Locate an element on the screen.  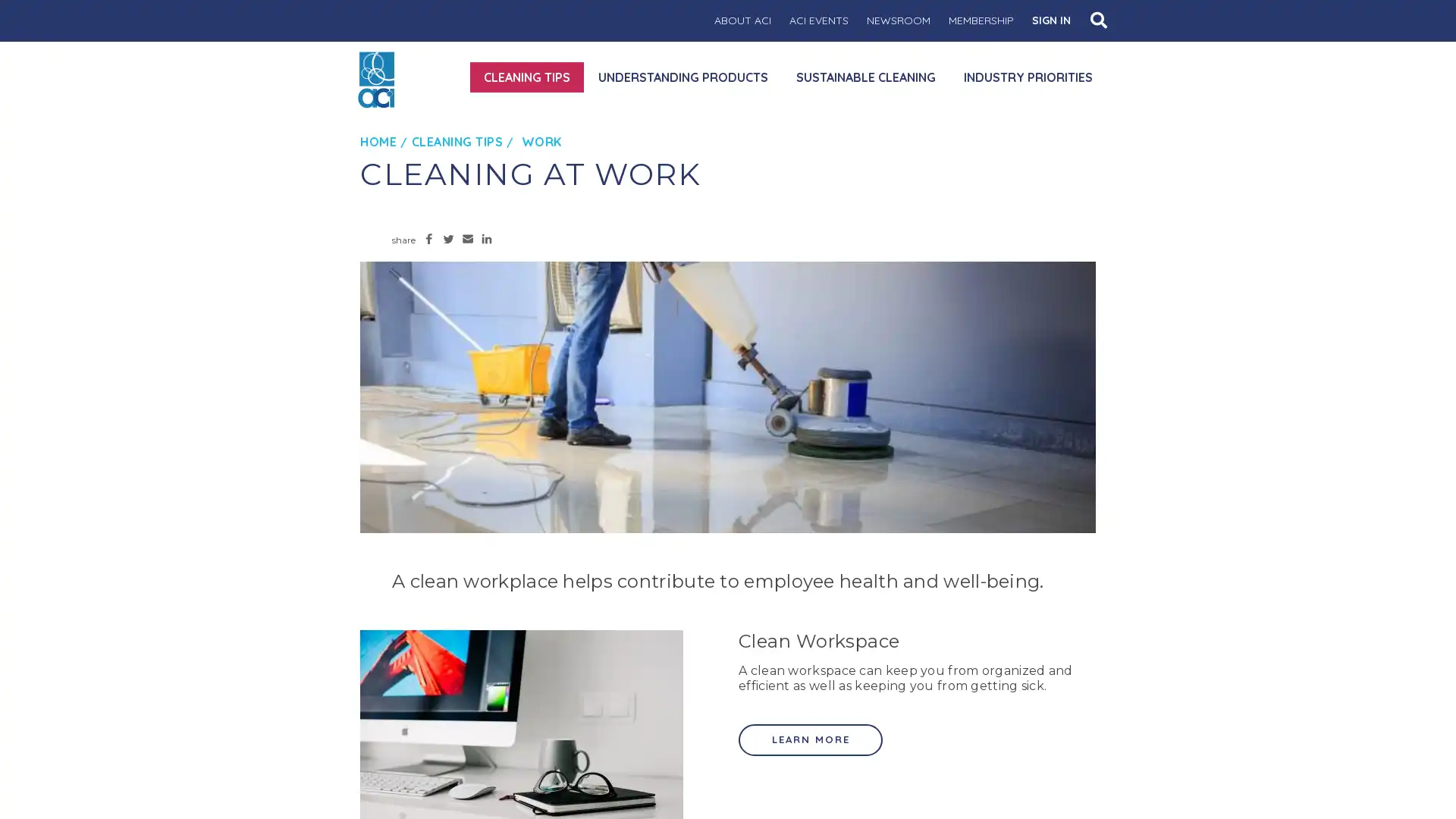
Share to Twitter is located at coordinates (446, 239).